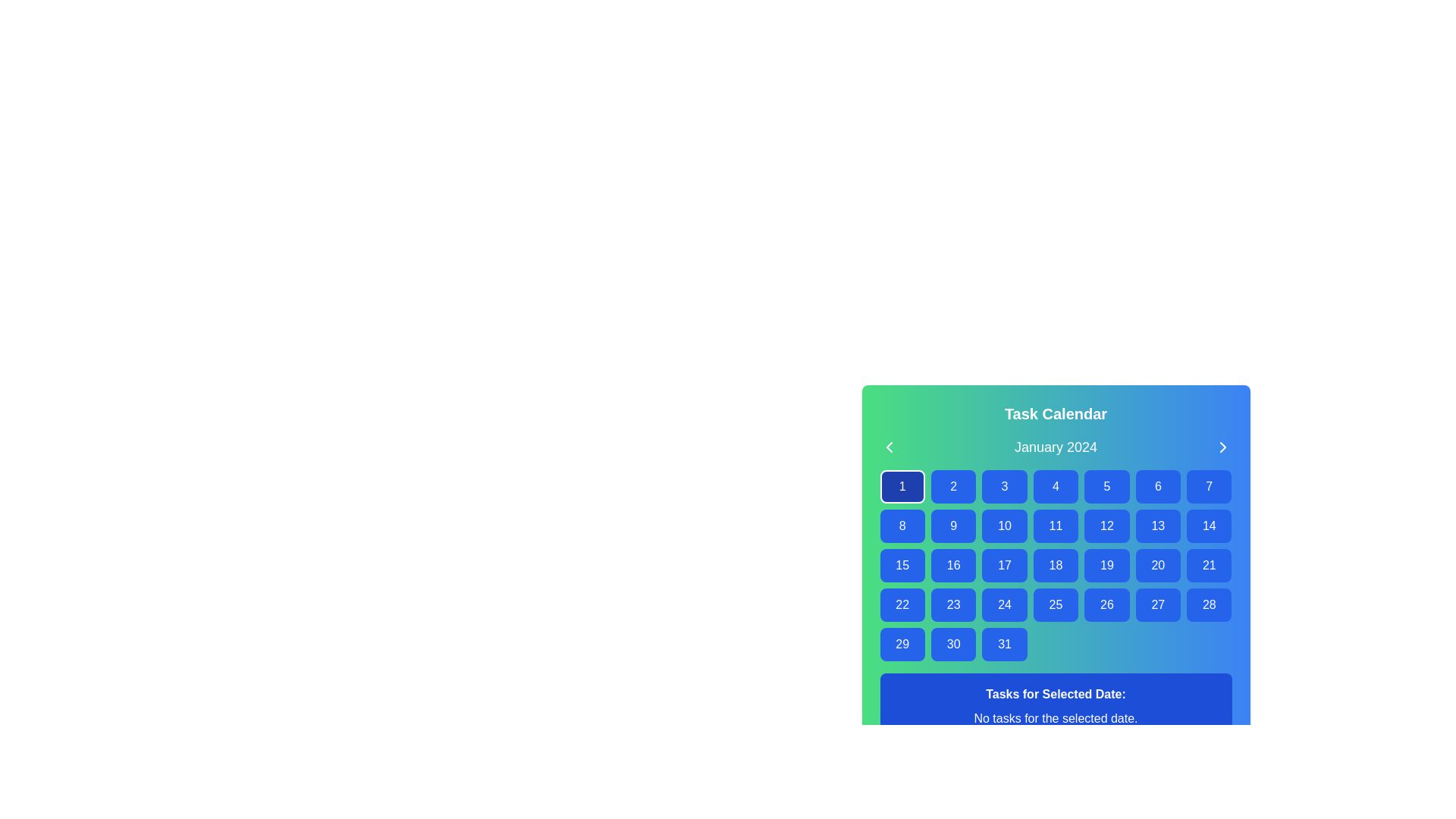  I want to click on the button representing the sixth day of January 2024 in the calendar view, so click(1157, 486).